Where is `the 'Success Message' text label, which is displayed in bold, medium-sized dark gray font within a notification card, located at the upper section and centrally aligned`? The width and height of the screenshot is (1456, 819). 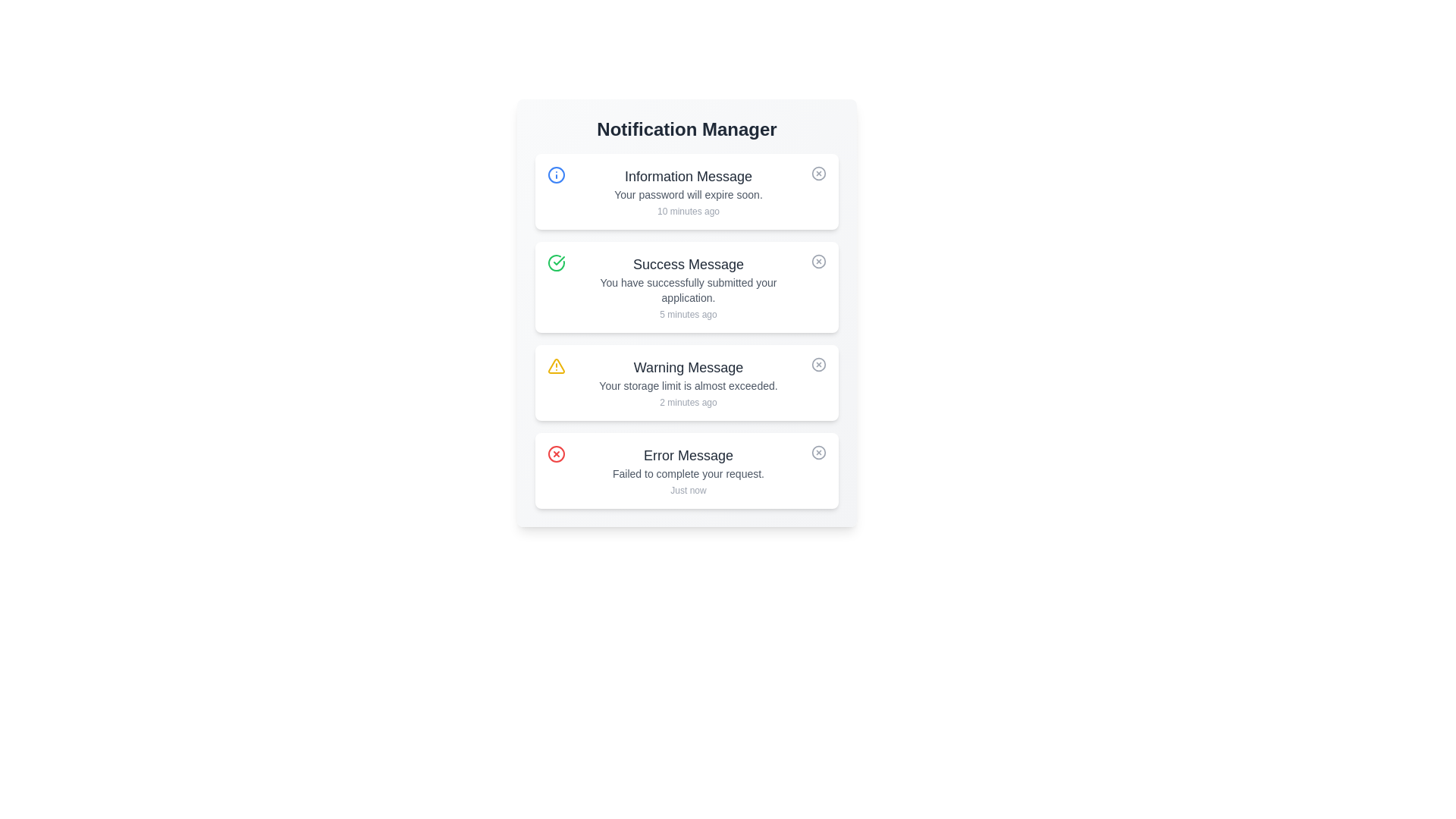 the 'Success Message' text label, which is displayed in bold, medium-sized dark gray font within a notification card, located at the upper section and centrally aligned is located at coordinates (687, 263).